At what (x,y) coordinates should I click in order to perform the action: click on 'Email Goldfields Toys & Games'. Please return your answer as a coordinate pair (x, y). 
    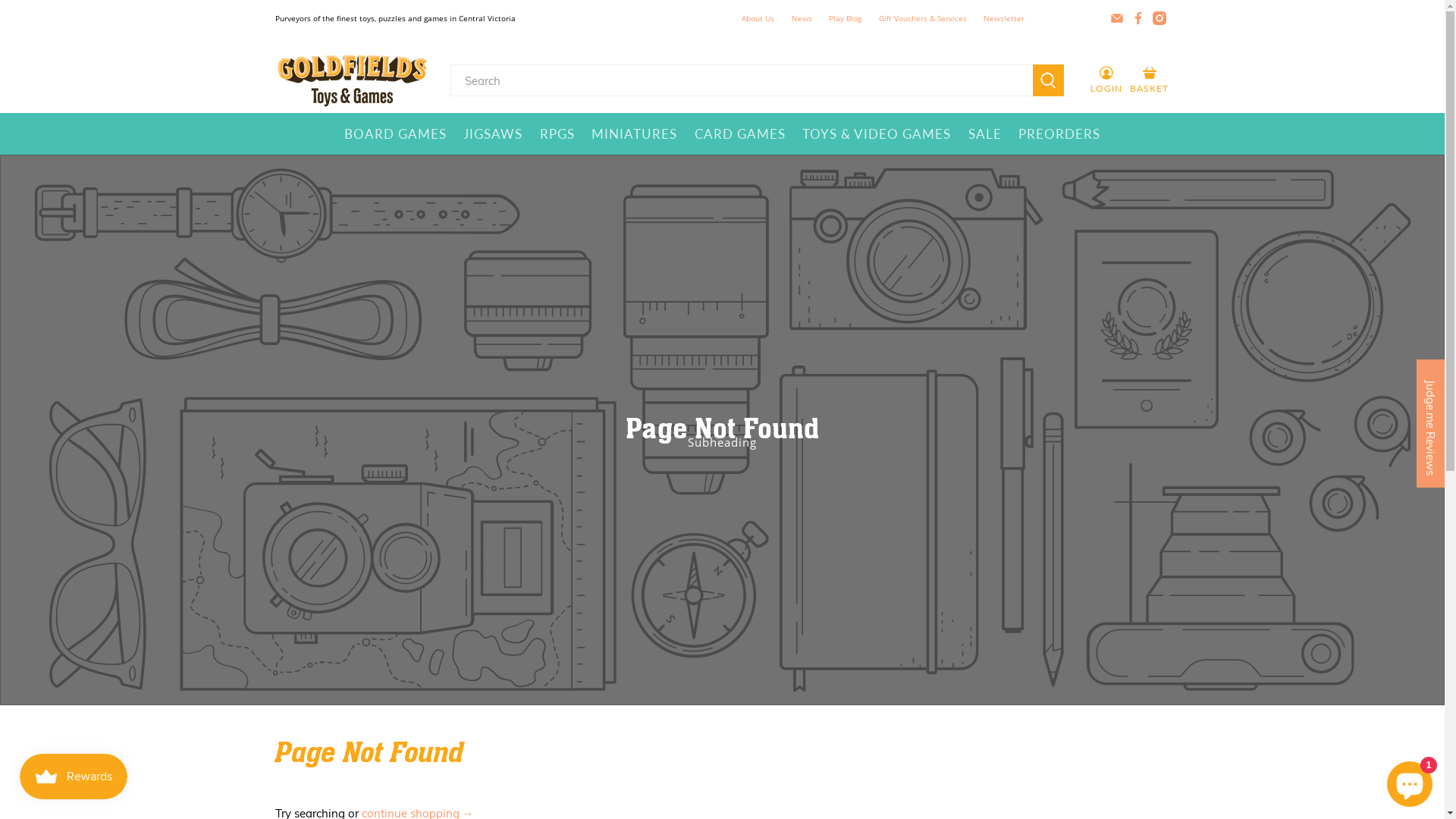
    Looking at the image, I should click on (1117, 17).